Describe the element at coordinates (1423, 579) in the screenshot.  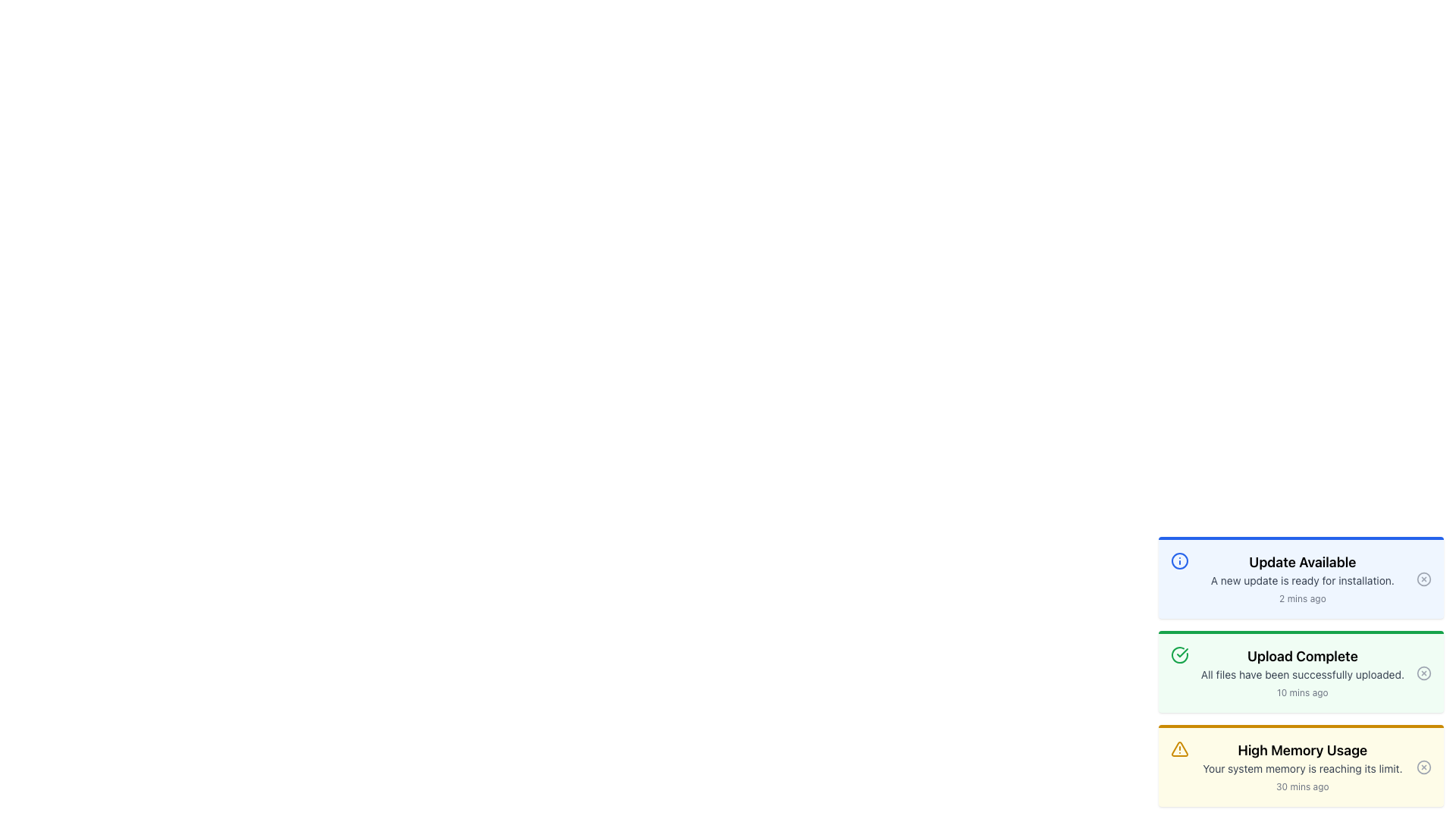
I see `the circular outline icon representing the close or cancel action` at that location.